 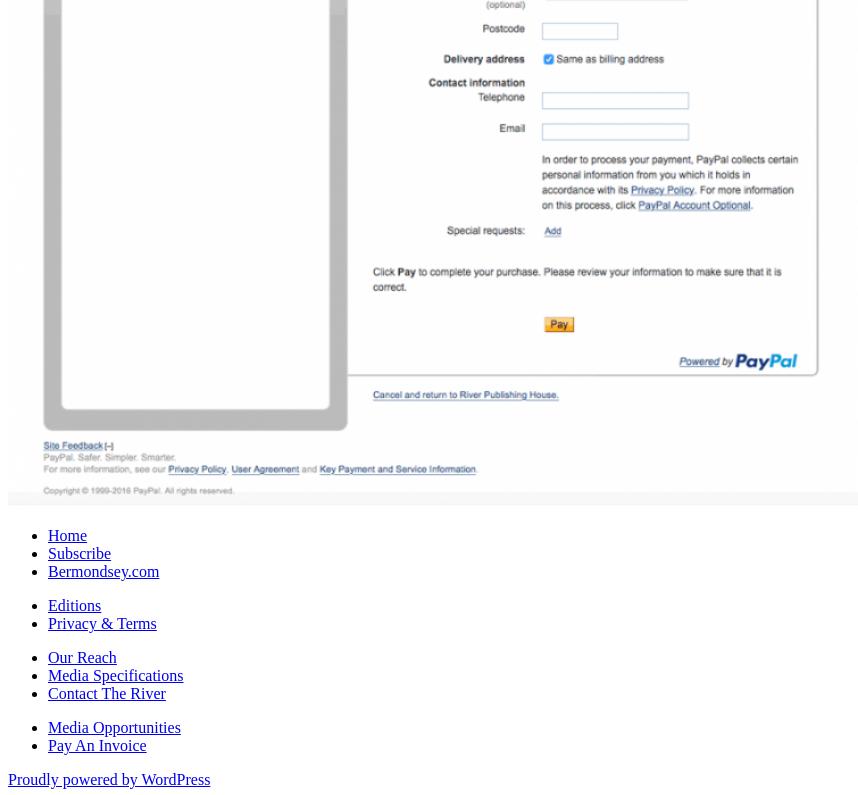 What do you see at coordinates (66, 533) in the screenshot?
I see `'Home'` at bounding box center [66, 533].